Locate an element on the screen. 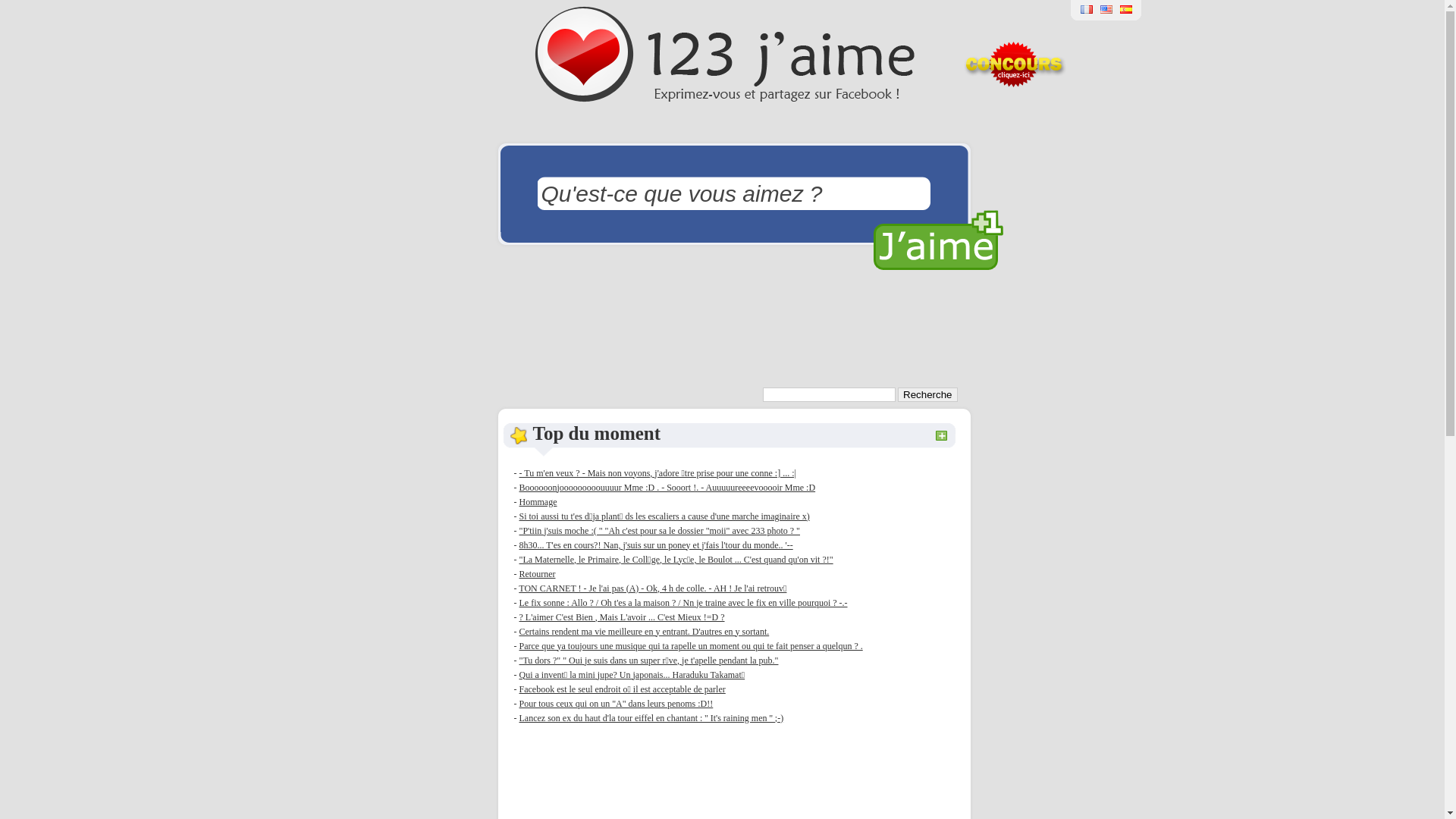  'Hommage' is located at coordinates (538, 500).